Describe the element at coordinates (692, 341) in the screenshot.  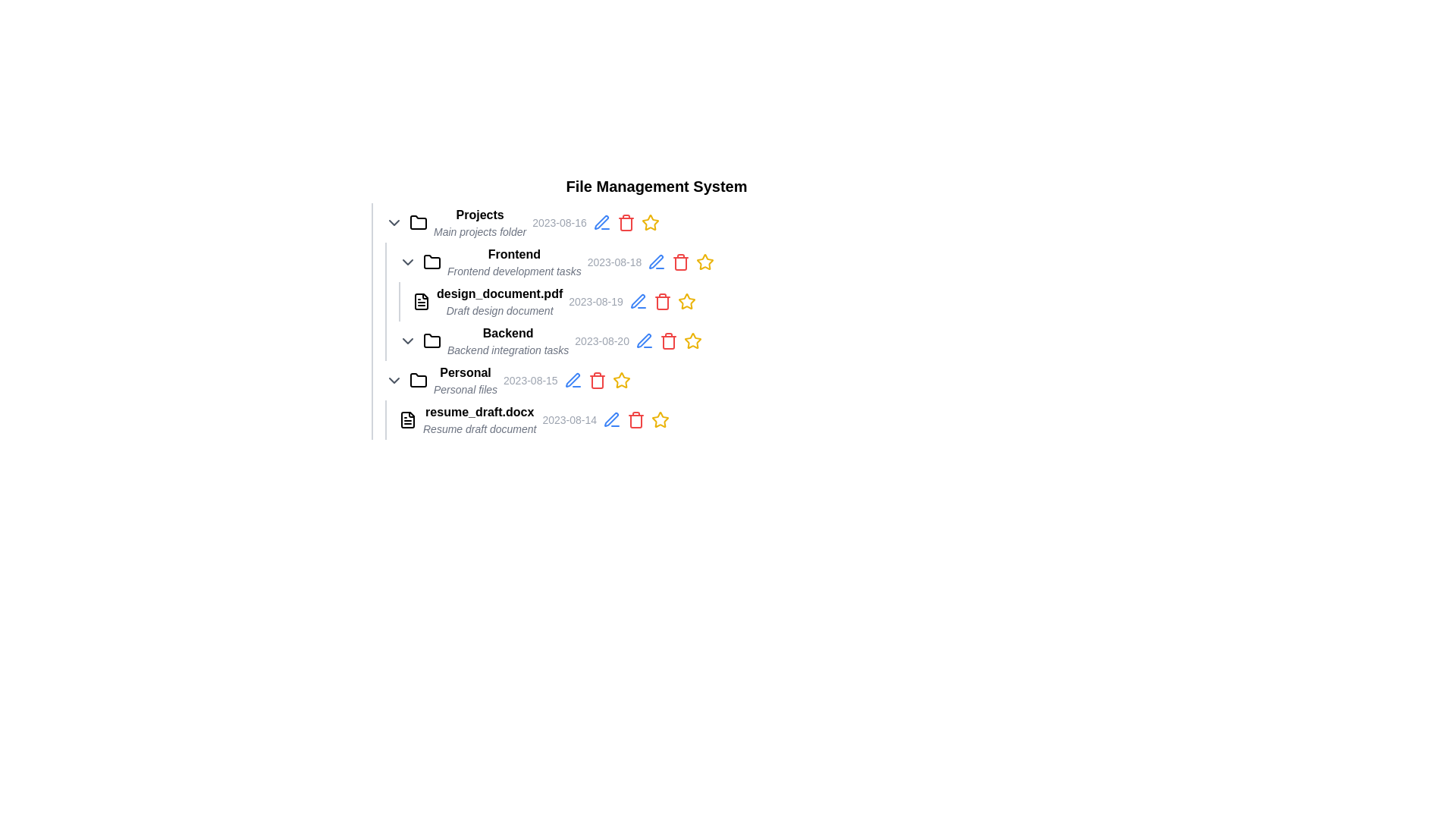
I see `the star icon button, which is yellow with a glowing appearance, located at the far-right end of the row with the 'Backend integration tasks' item, to mark the item as favorite` at that location.